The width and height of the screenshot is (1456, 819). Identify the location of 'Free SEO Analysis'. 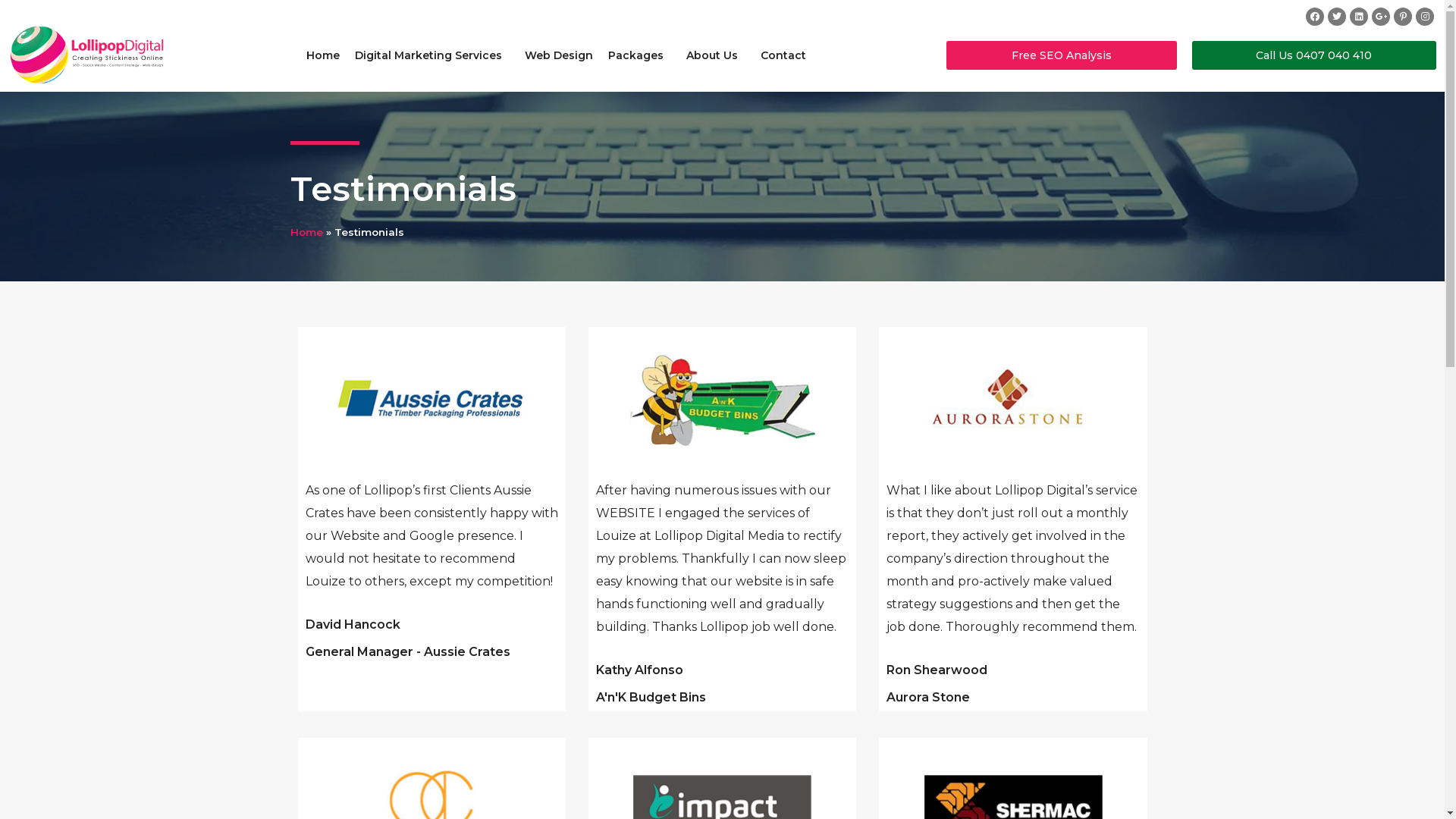
(1061, 55).